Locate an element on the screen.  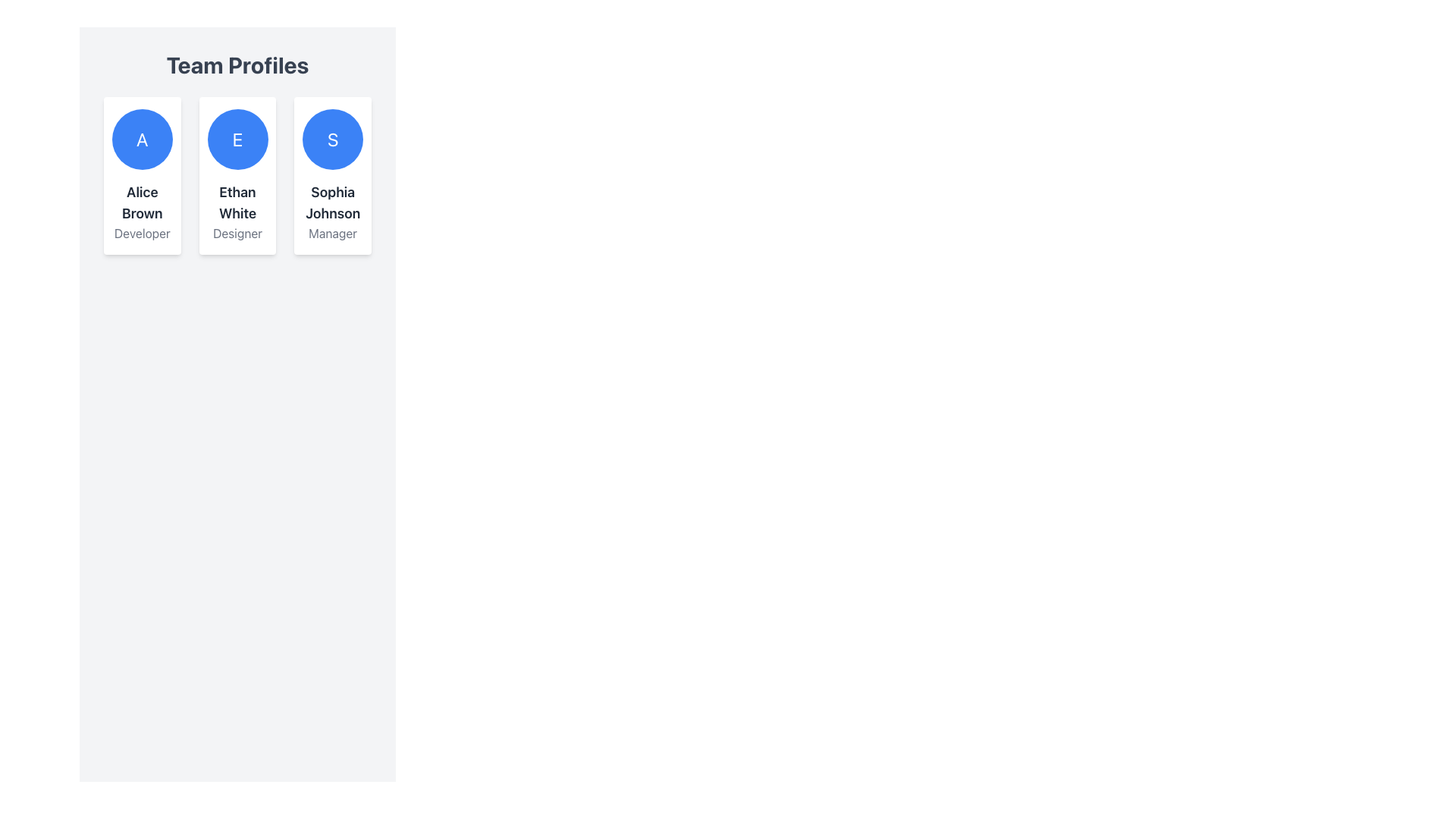
the text element displaying 'Ethan White', which is styled in bold dark gray and positioned below the circular icon with the letter 'E' is located at coordinates (237, 202).